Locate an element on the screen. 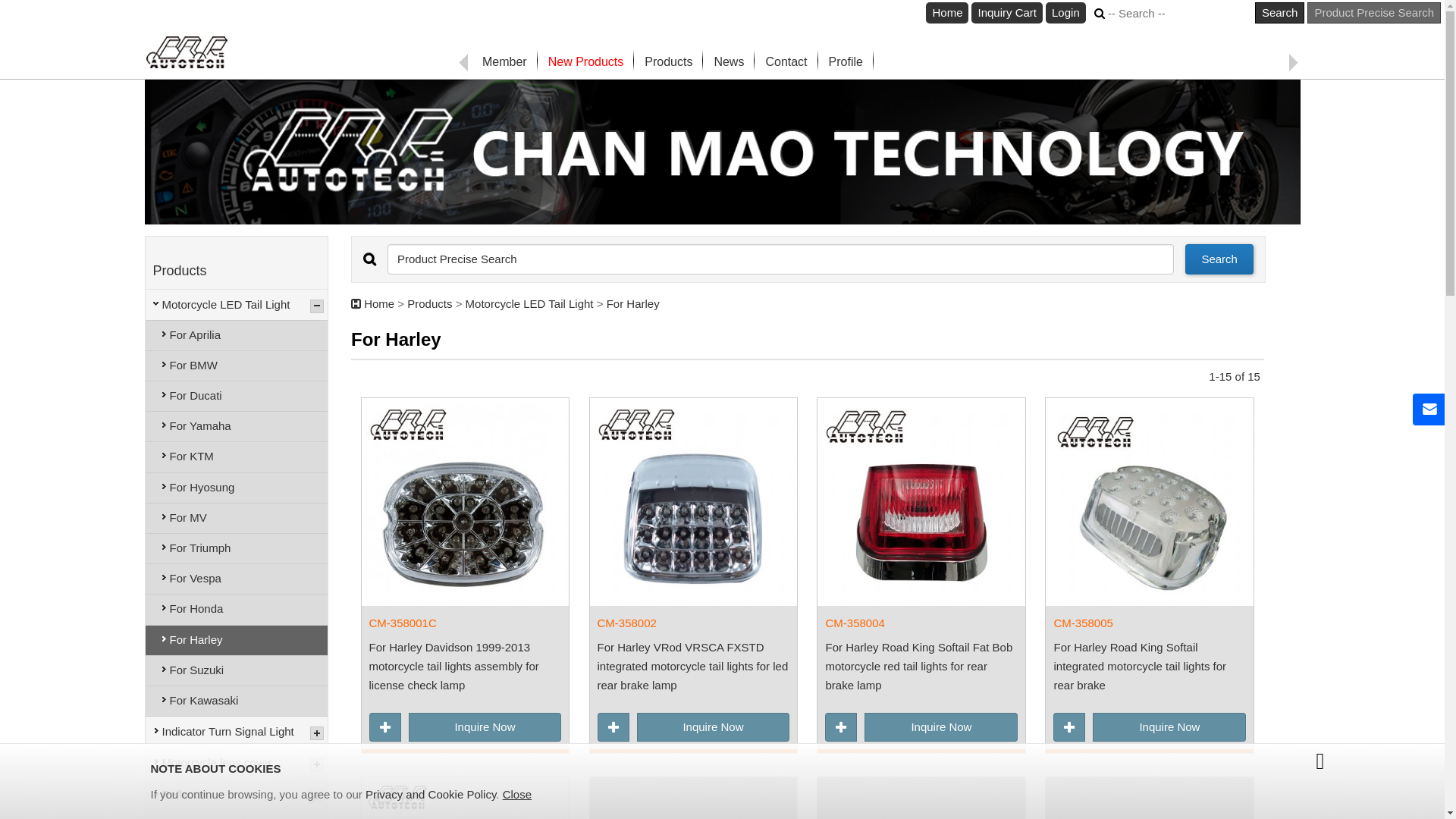 The image size is (1456, 819). 'Contact' is located at coordinates (786, 61).